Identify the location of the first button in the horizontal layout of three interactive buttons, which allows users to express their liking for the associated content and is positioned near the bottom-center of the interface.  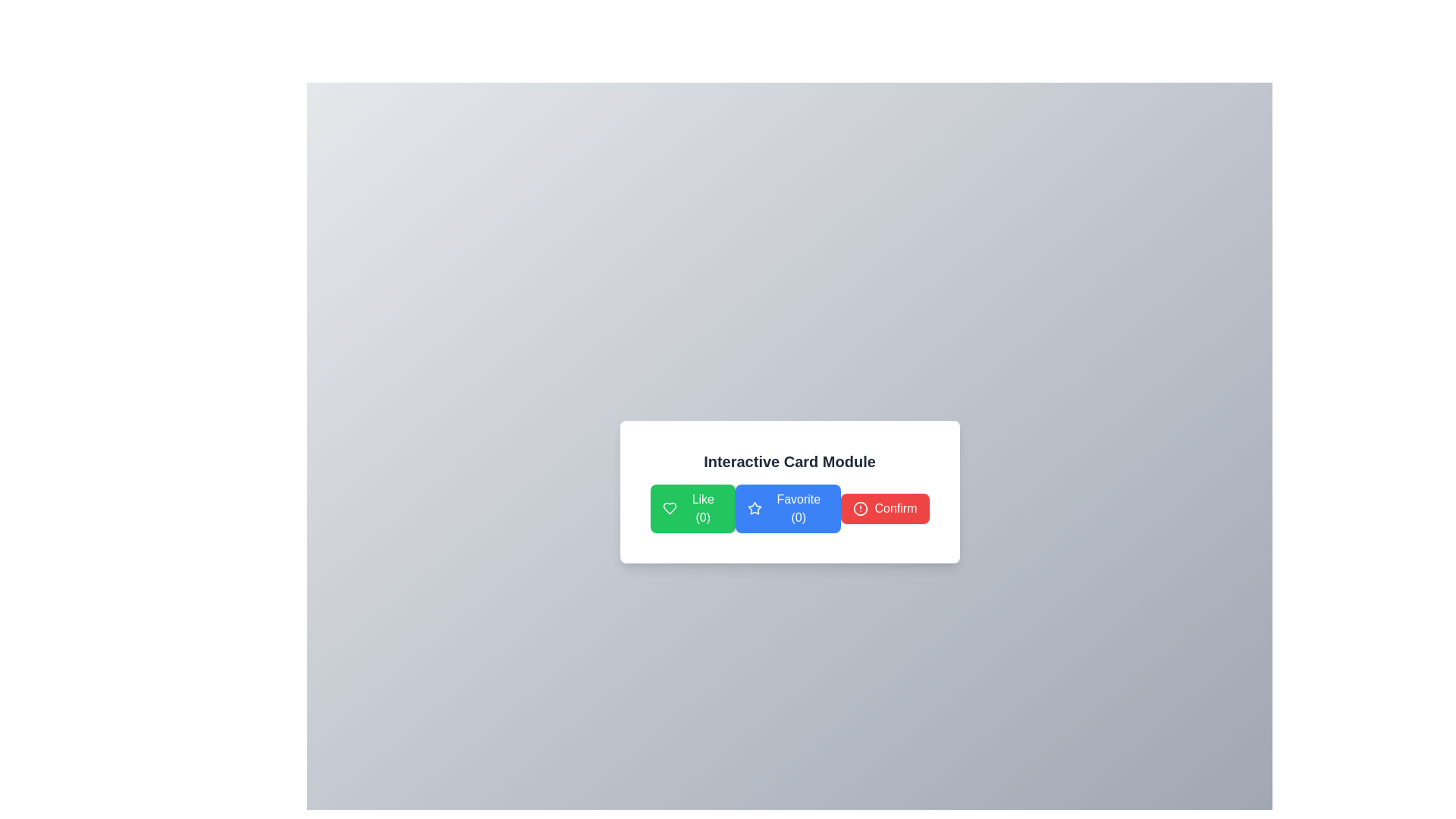
(692, 509).